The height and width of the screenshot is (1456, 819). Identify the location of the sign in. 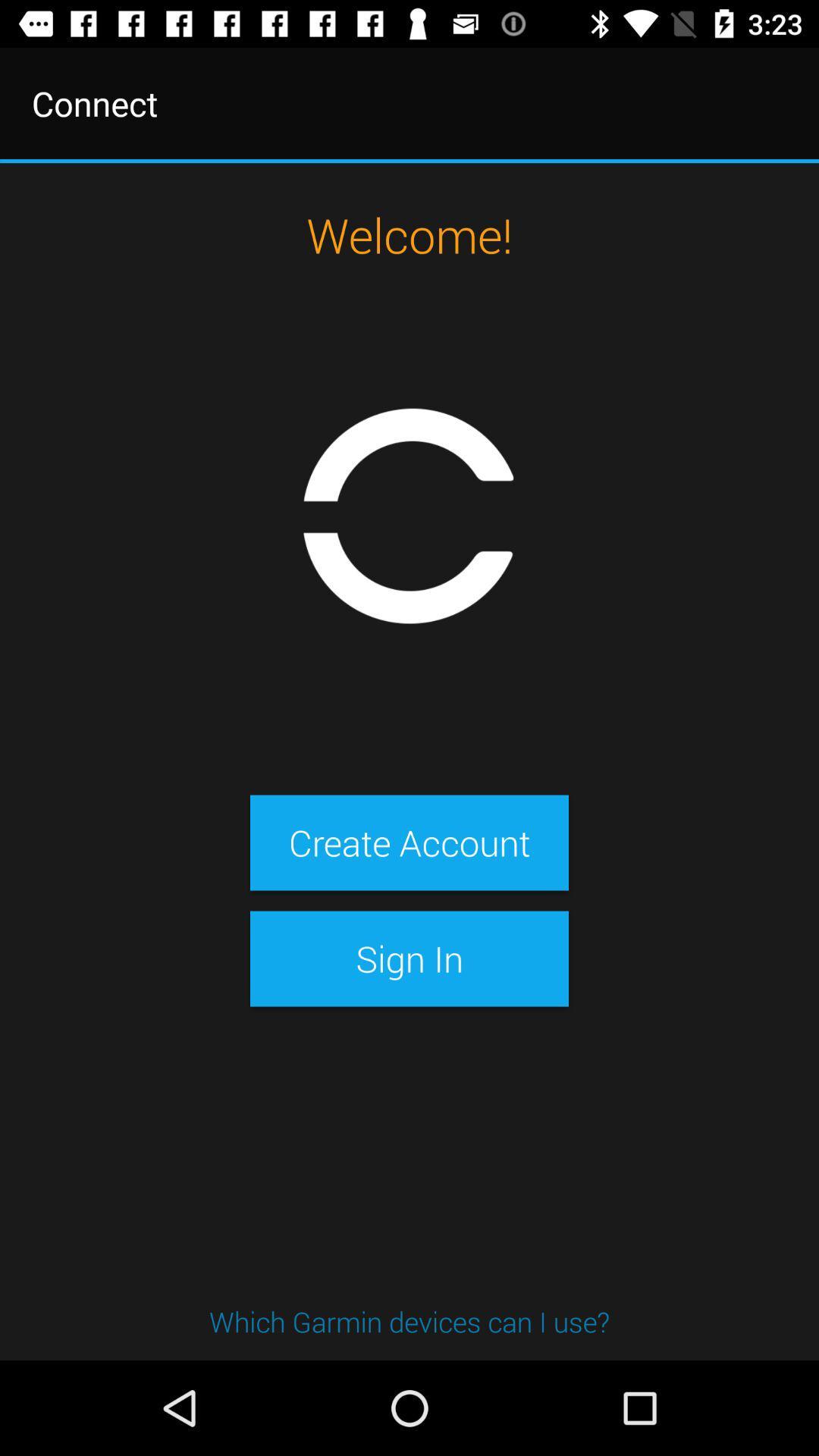
(409, 958).